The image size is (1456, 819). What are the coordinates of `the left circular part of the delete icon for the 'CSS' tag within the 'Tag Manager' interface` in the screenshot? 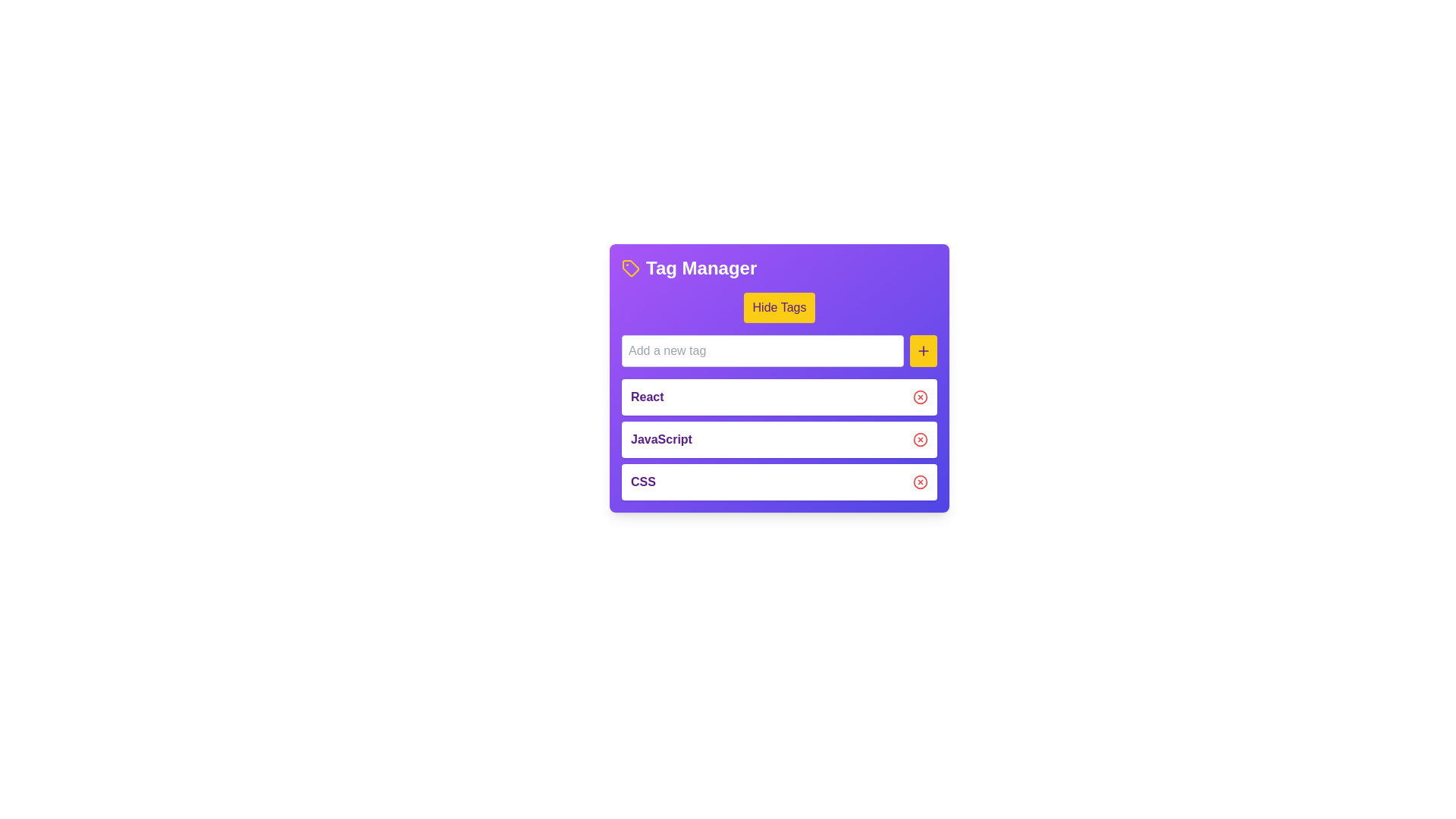 It's located at (920, 482).